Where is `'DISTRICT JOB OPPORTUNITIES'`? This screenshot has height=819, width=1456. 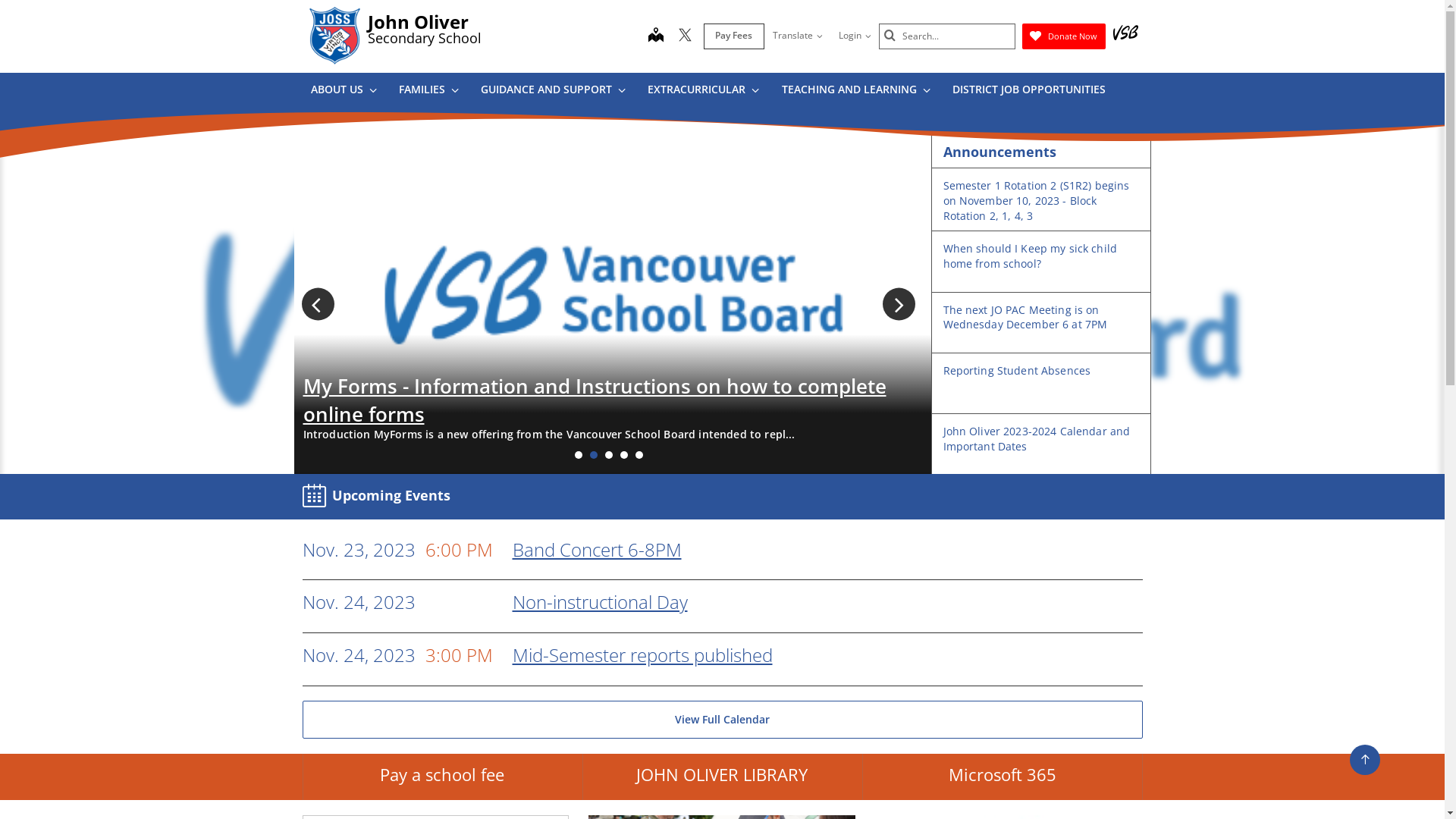
'DISTRICT JOB OPPORTUNITIES' is located at coordinates (946, 92).